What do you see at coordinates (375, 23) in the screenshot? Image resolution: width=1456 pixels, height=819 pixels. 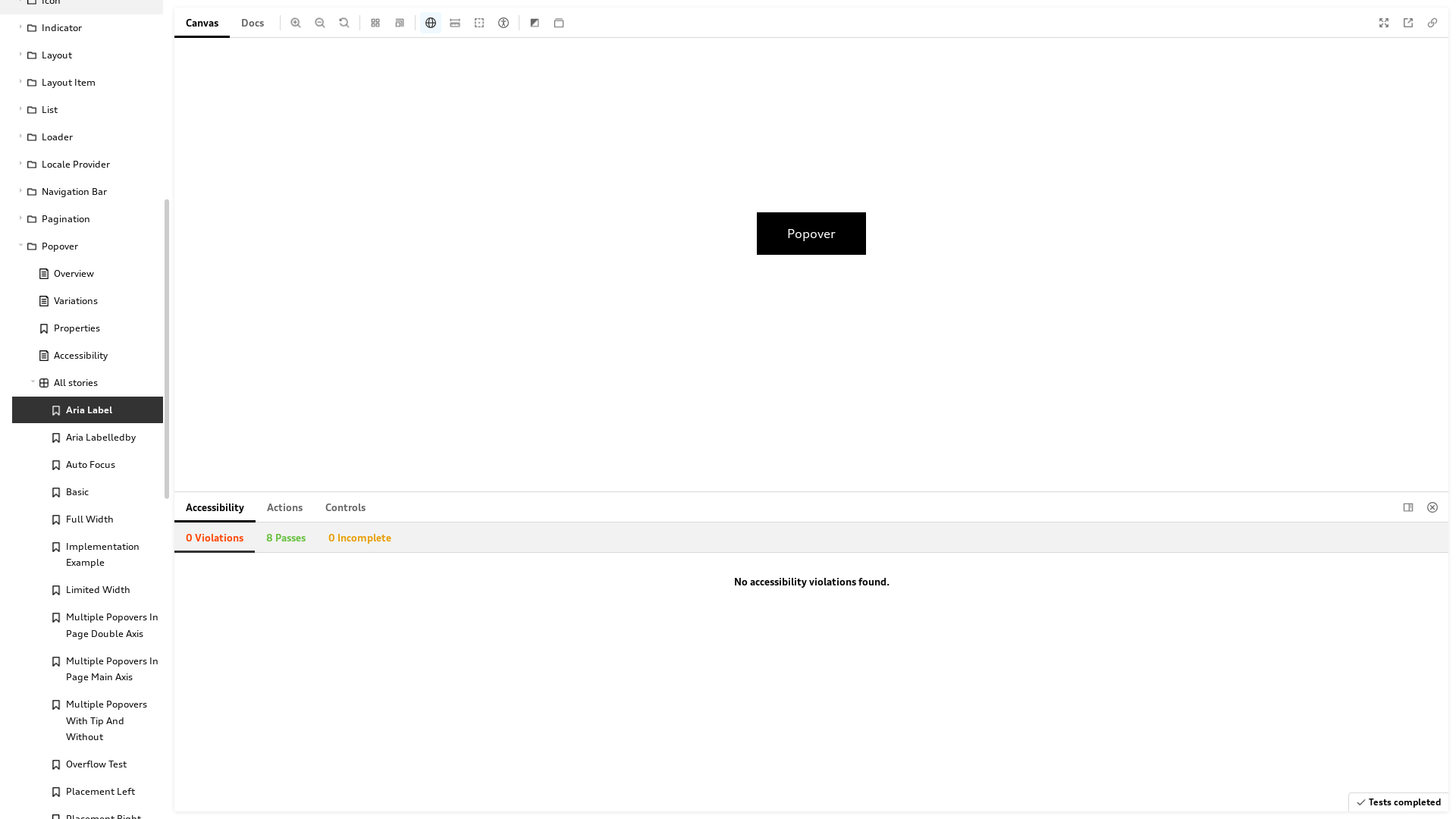 I see `'Apply a grid to the preview'` at bounding box center [375, 23].